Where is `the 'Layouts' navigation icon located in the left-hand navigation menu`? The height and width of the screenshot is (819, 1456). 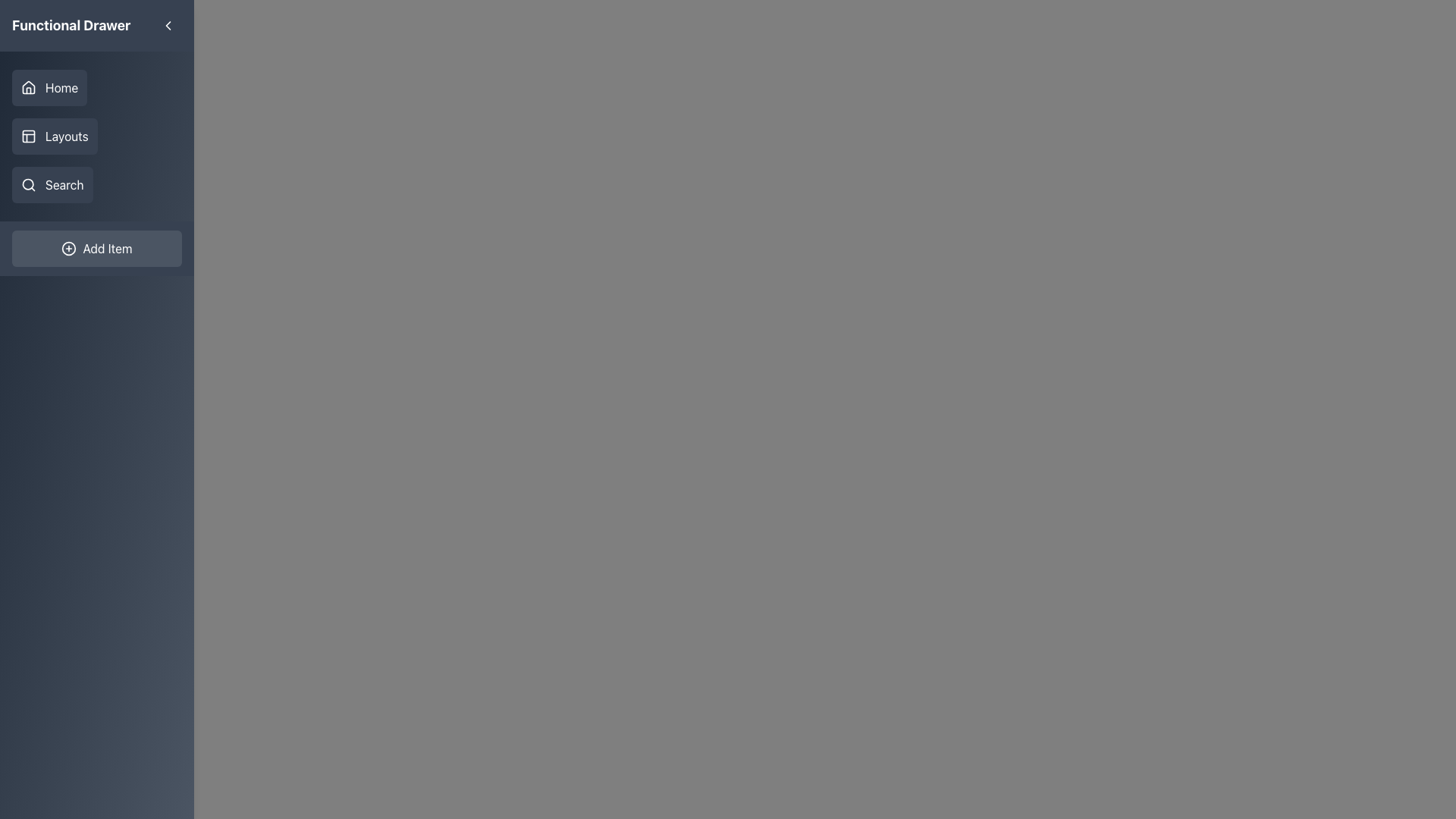 the 'Layouts' navigation icon located in the left-hand navigation menu is located at coordinates (29, 136).